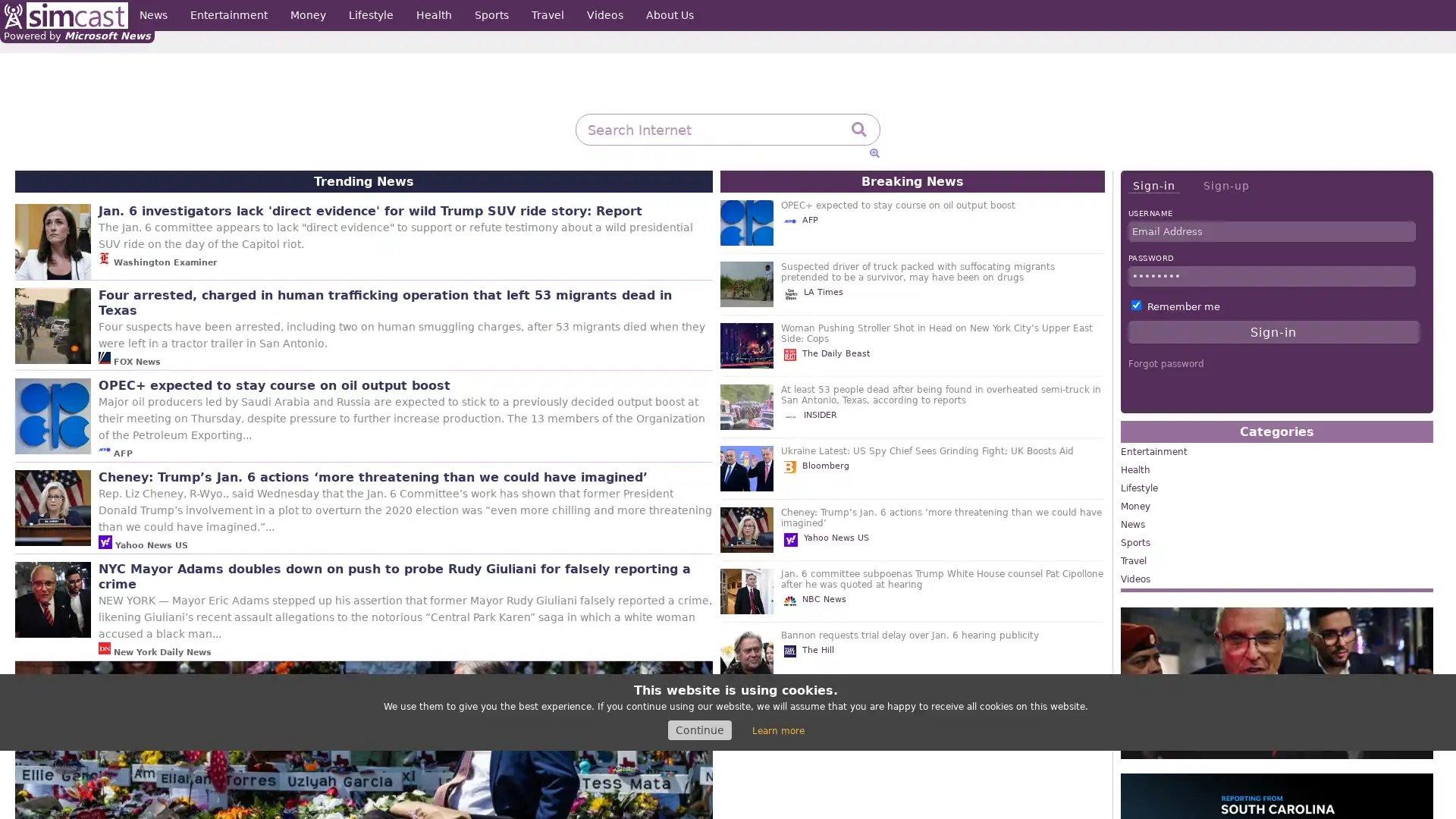 The height and width of the screenshot is (819, 1456). Describe the element at coordinates (1225, 185) in the screenshot. I see `Sign-up` at that location.